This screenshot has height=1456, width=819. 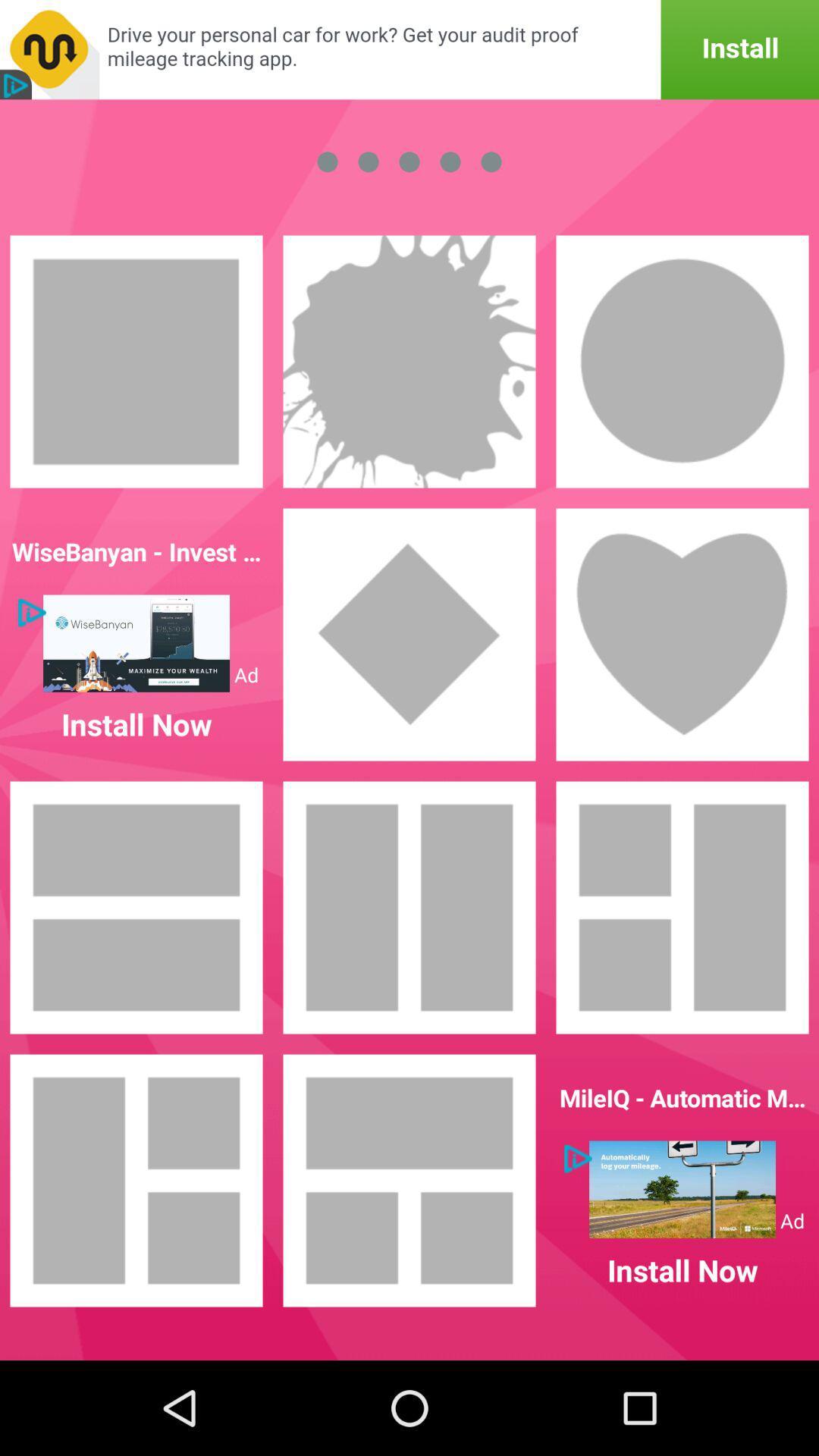 What do you see at coordinates (409, 907) in the screenshot?
I see `choose layout` at bounding box center [409, 907].